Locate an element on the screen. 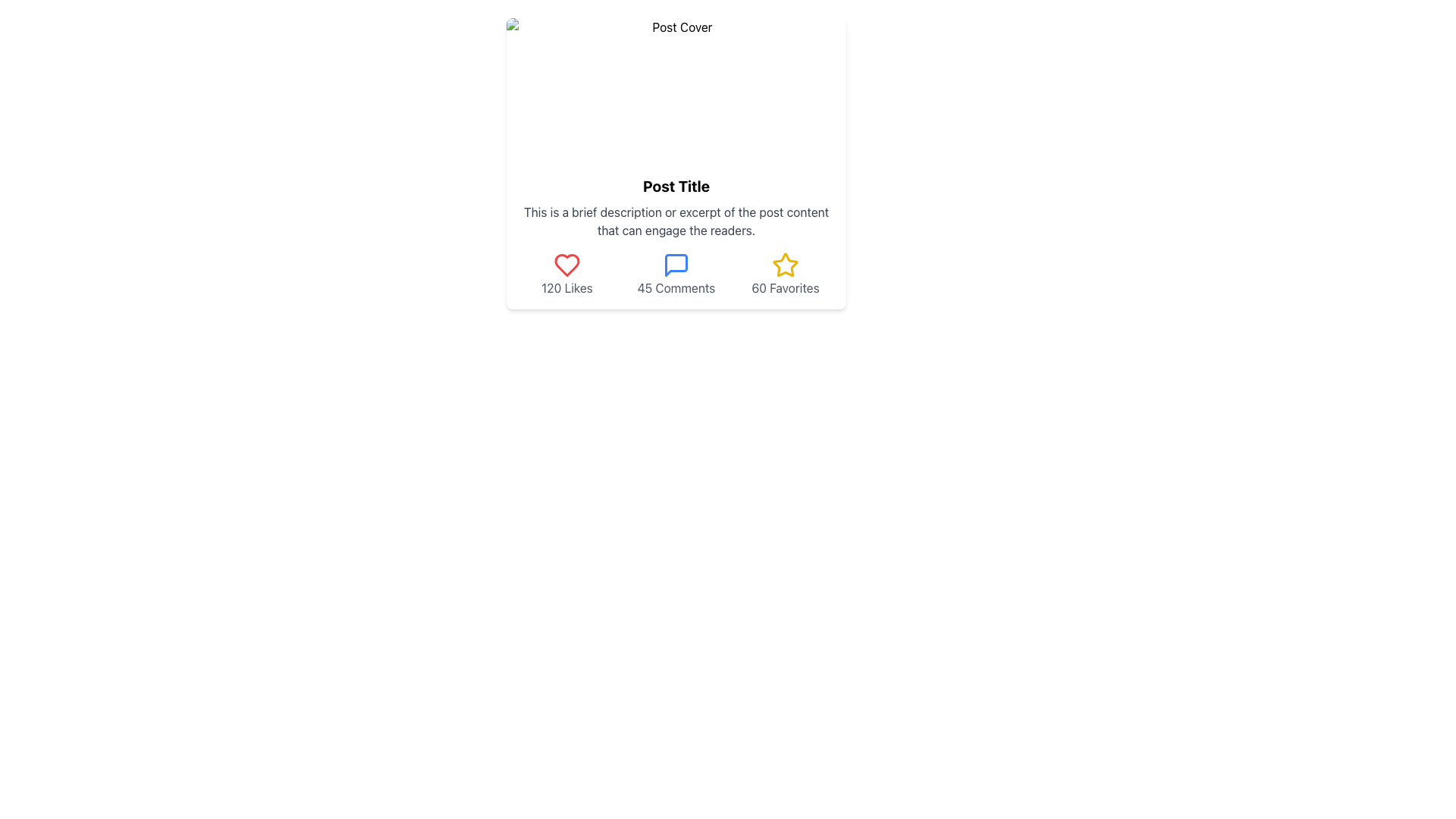 This screenshot has height=819, width=1456. the chat bubble button displaying '45 Comments' is located at coordinates (676, 275).